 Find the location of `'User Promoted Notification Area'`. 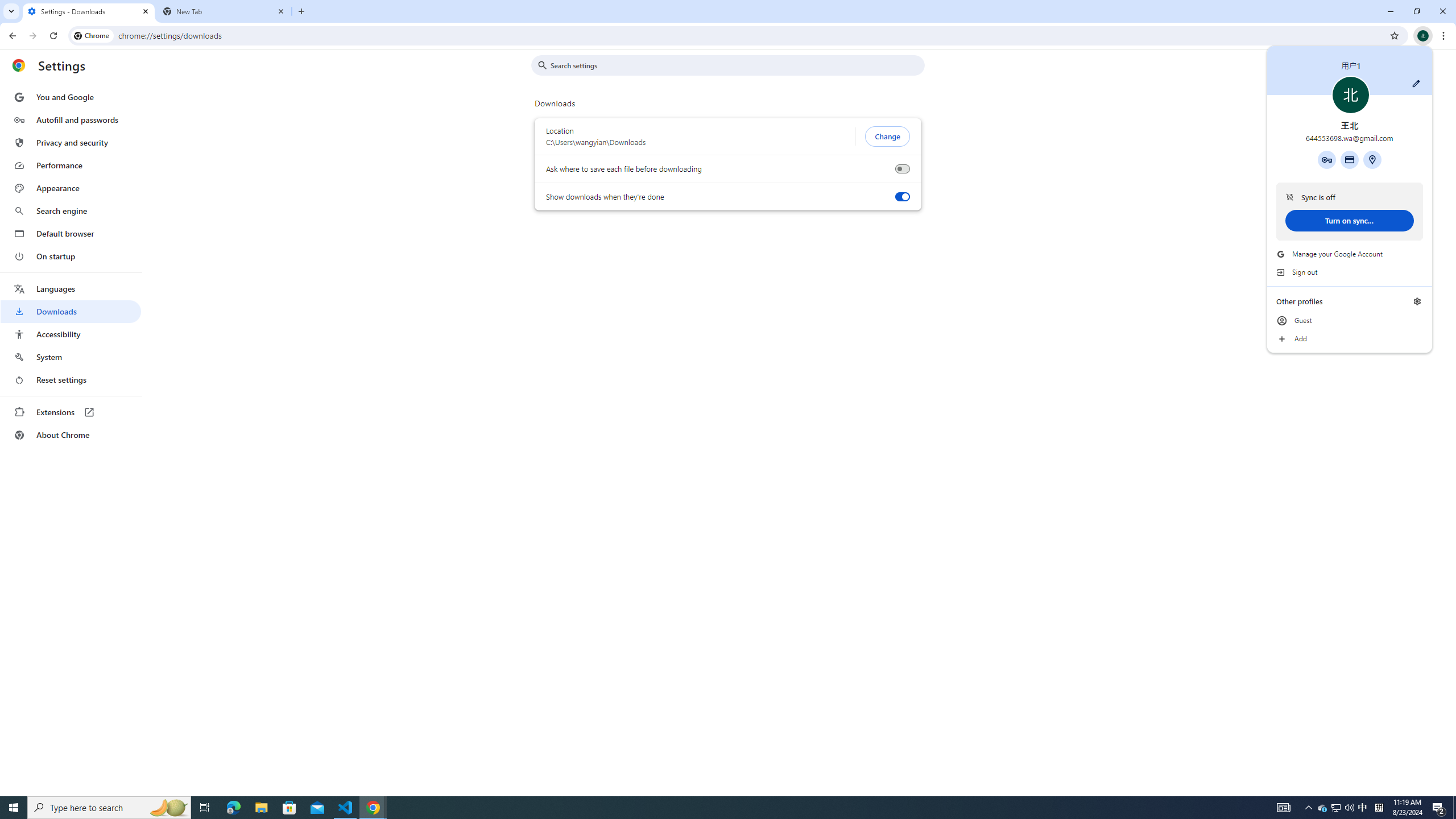

'User Promoted Notification Area' is located at coordinates (1336, 806).